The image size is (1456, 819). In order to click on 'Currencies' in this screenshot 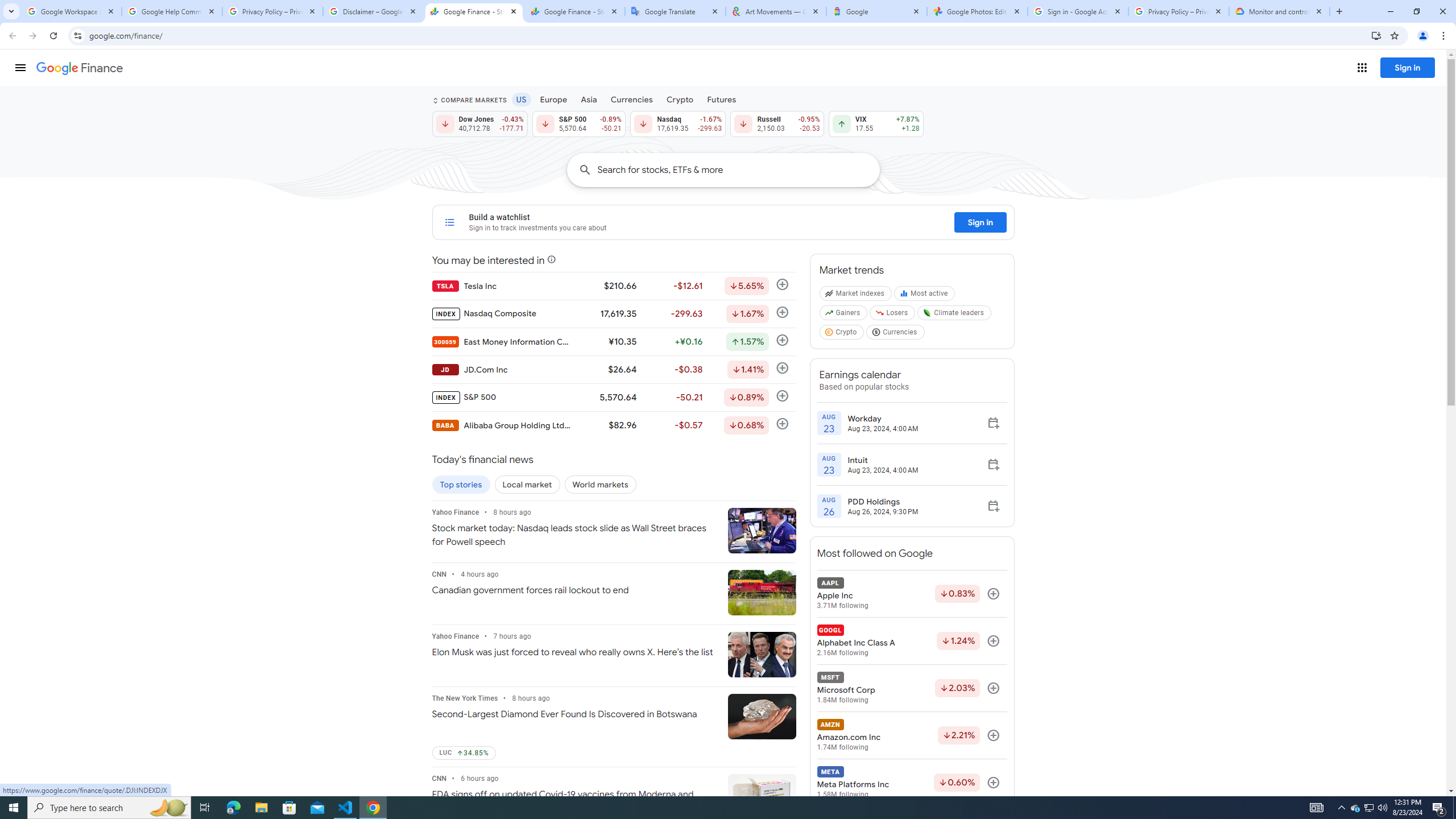, I will do `click(631, 98)`.